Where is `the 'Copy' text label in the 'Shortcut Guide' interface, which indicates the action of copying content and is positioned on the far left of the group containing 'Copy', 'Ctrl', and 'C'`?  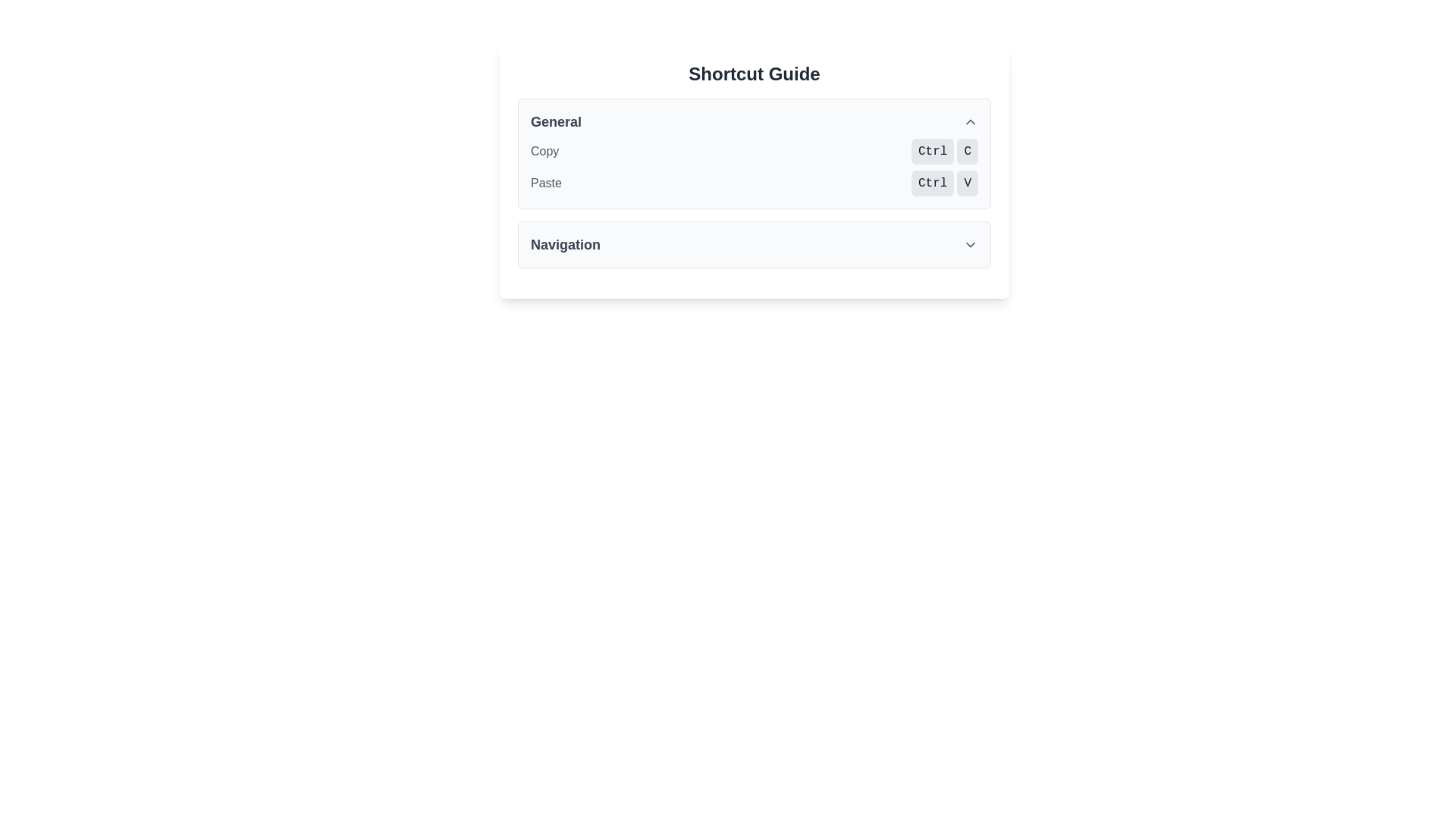 the 'Copy' text label in the 'Shortcut Guide' interface, which indicates the action of copying content and is positioned on the far left of the group containing 'Copy', 'Ctrl', and 'C' is located at coordinates (544, 152).